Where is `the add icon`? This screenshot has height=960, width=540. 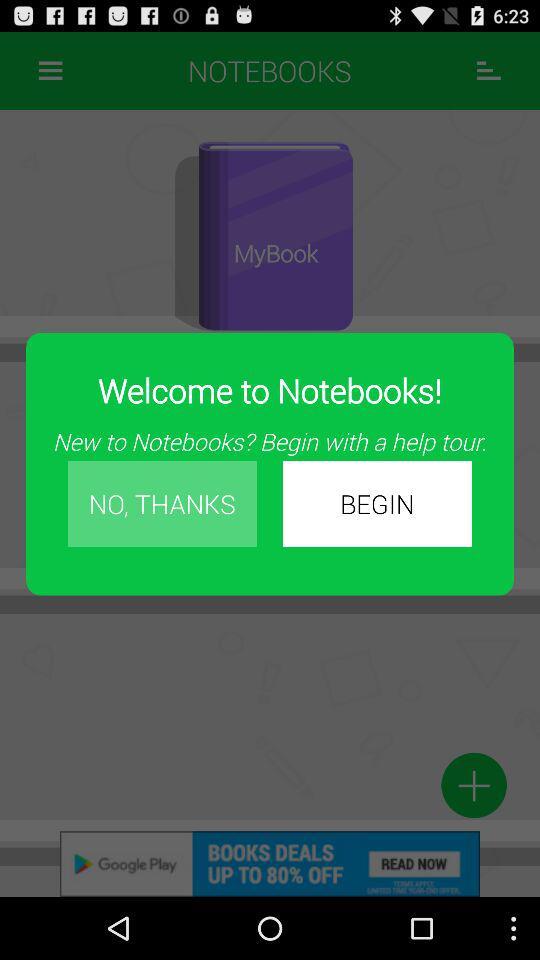
the add icon is located at coordinates (473, 840).